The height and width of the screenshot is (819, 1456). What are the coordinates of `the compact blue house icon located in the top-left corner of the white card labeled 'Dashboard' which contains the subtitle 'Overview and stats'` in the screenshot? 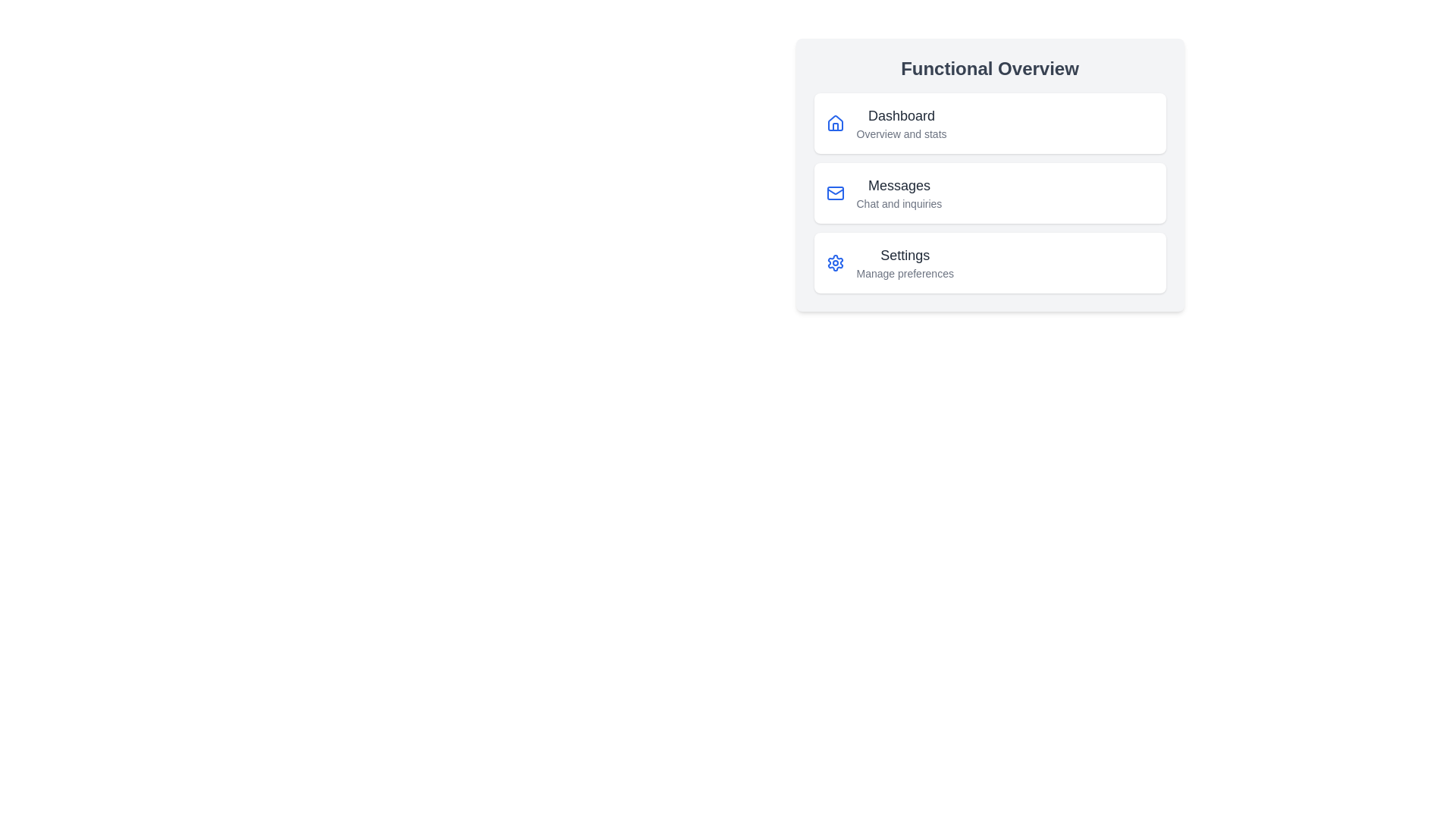 It's located at (834, 122).